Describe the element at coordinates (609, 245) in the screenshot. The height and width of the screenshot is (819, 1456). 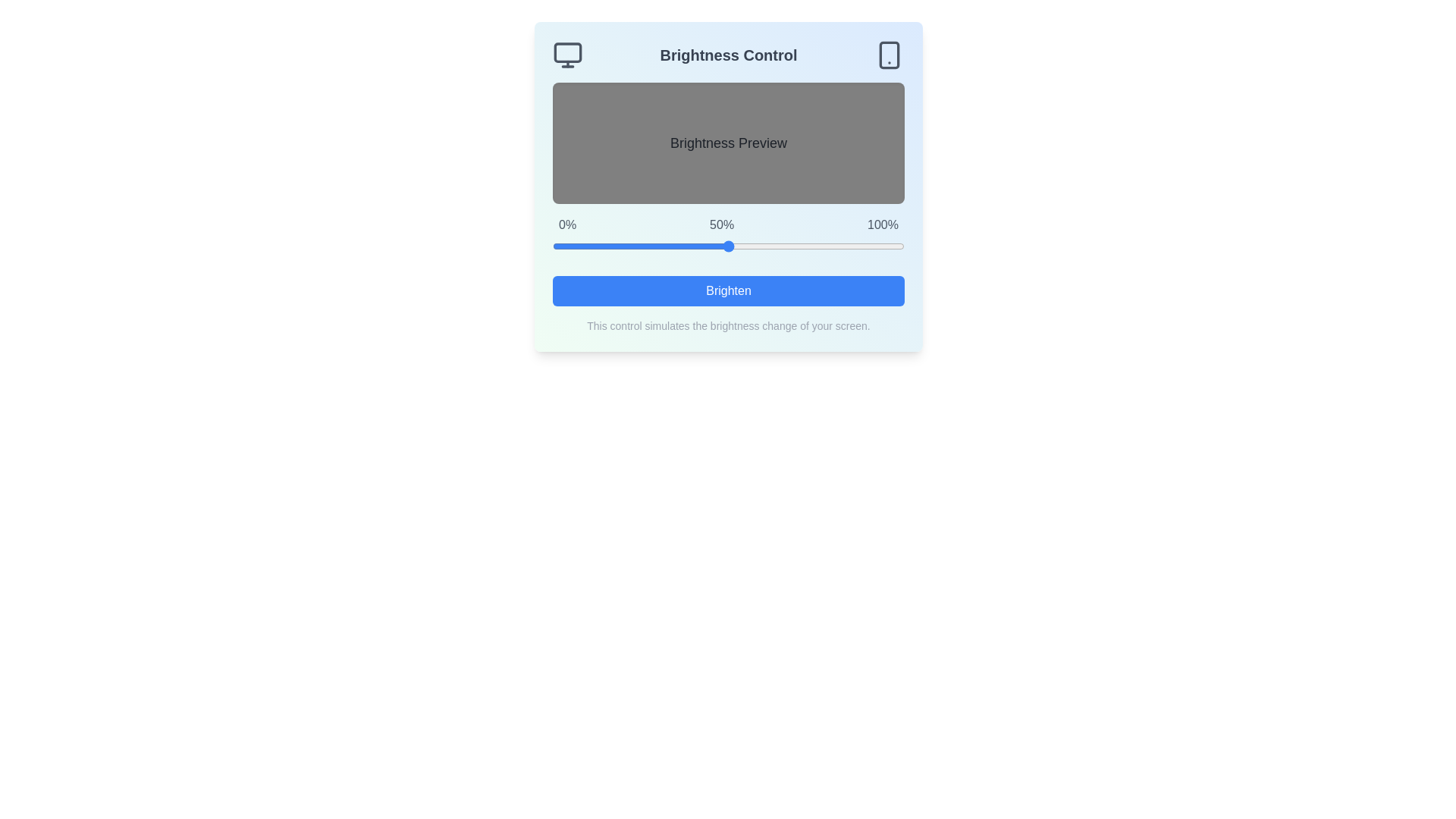
I see `the brightness slider to 16%` at that location.